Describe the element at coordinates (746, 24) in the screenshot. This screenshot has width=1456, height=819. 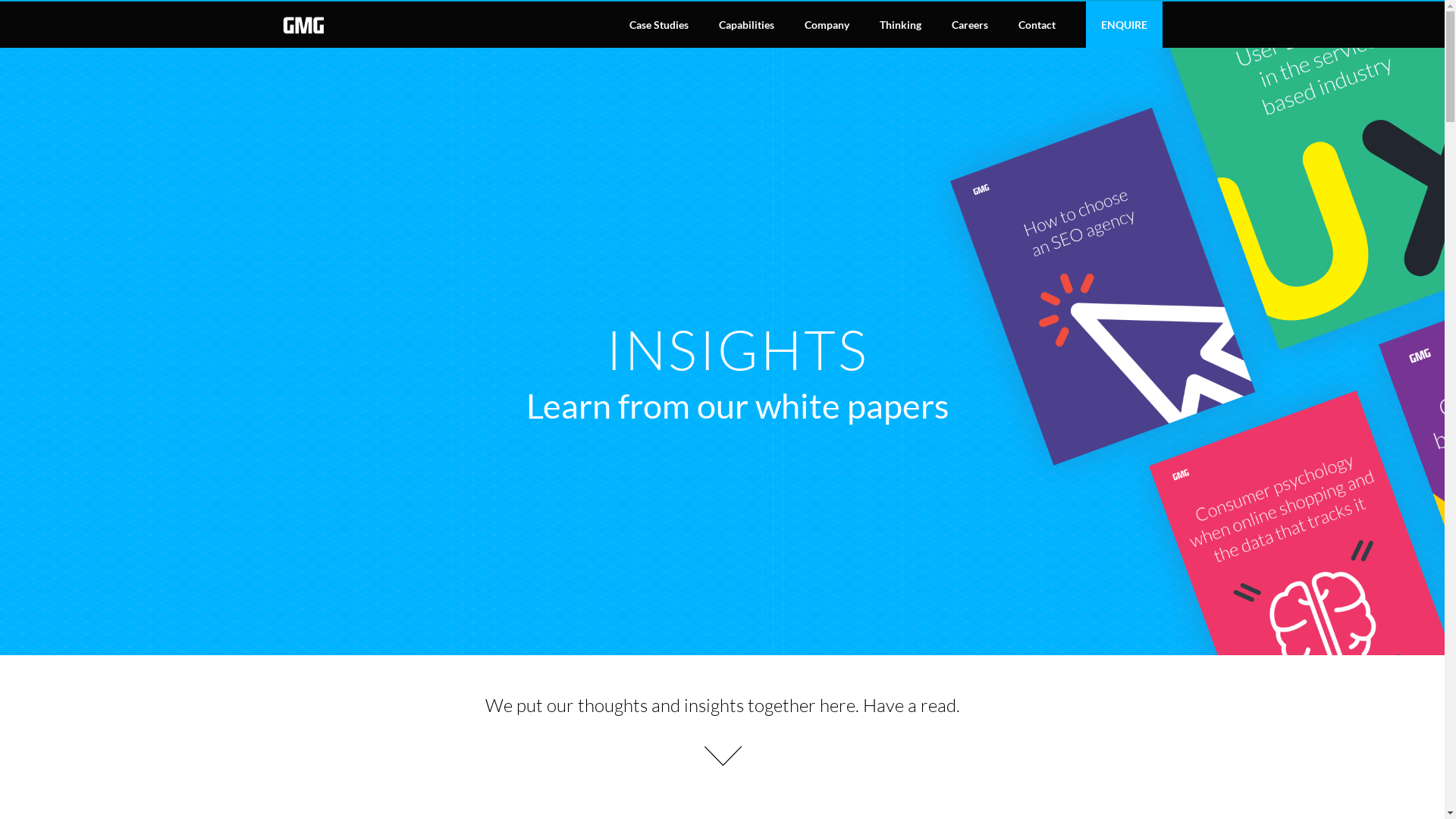
I see `'Capabilities'` at that location.